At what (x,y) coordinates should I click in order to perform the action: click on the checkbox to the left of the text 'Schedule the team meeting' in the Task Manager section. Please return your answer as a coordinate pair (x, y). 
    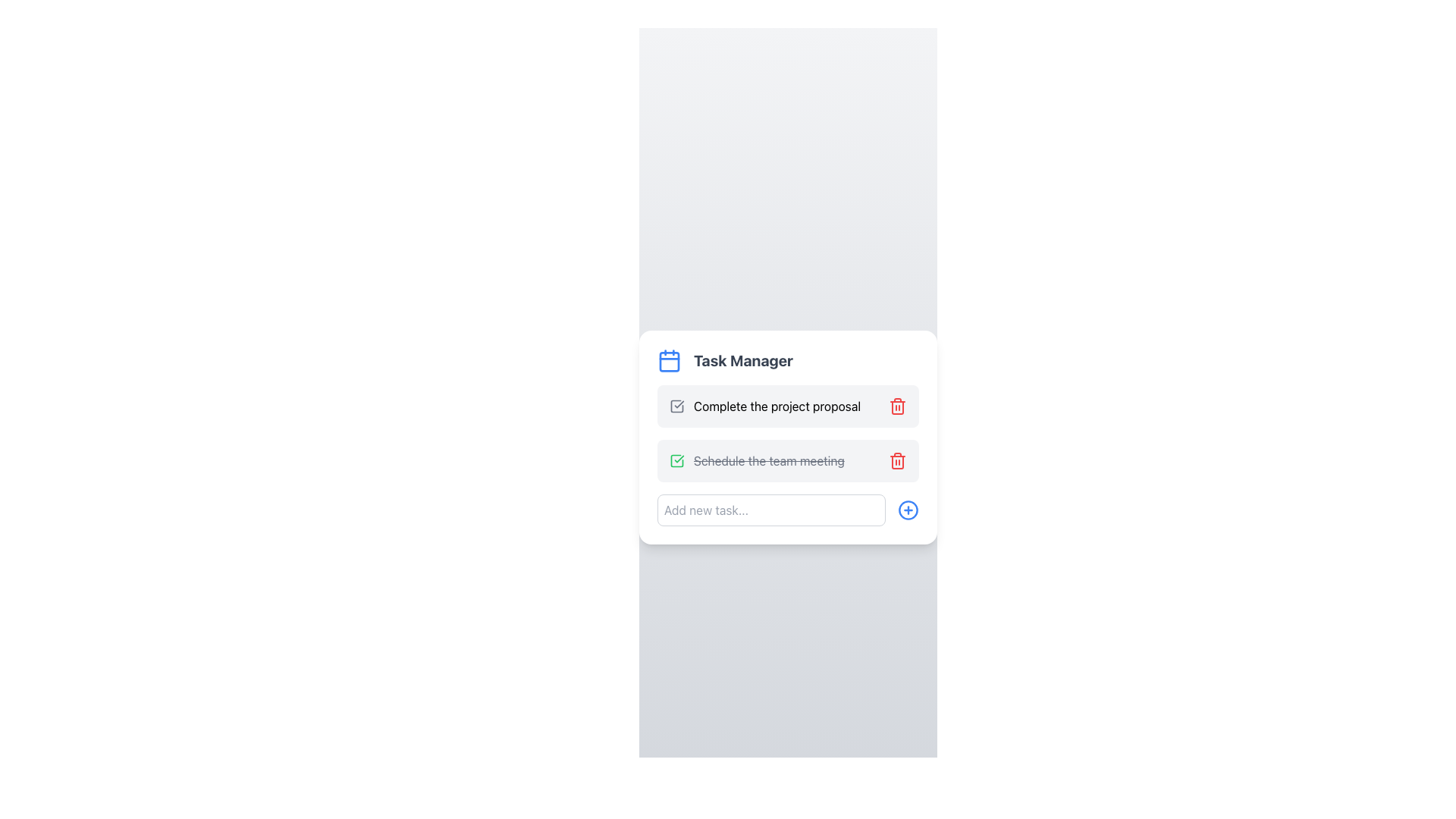
    Looking at the image, I should click on (676, 460).